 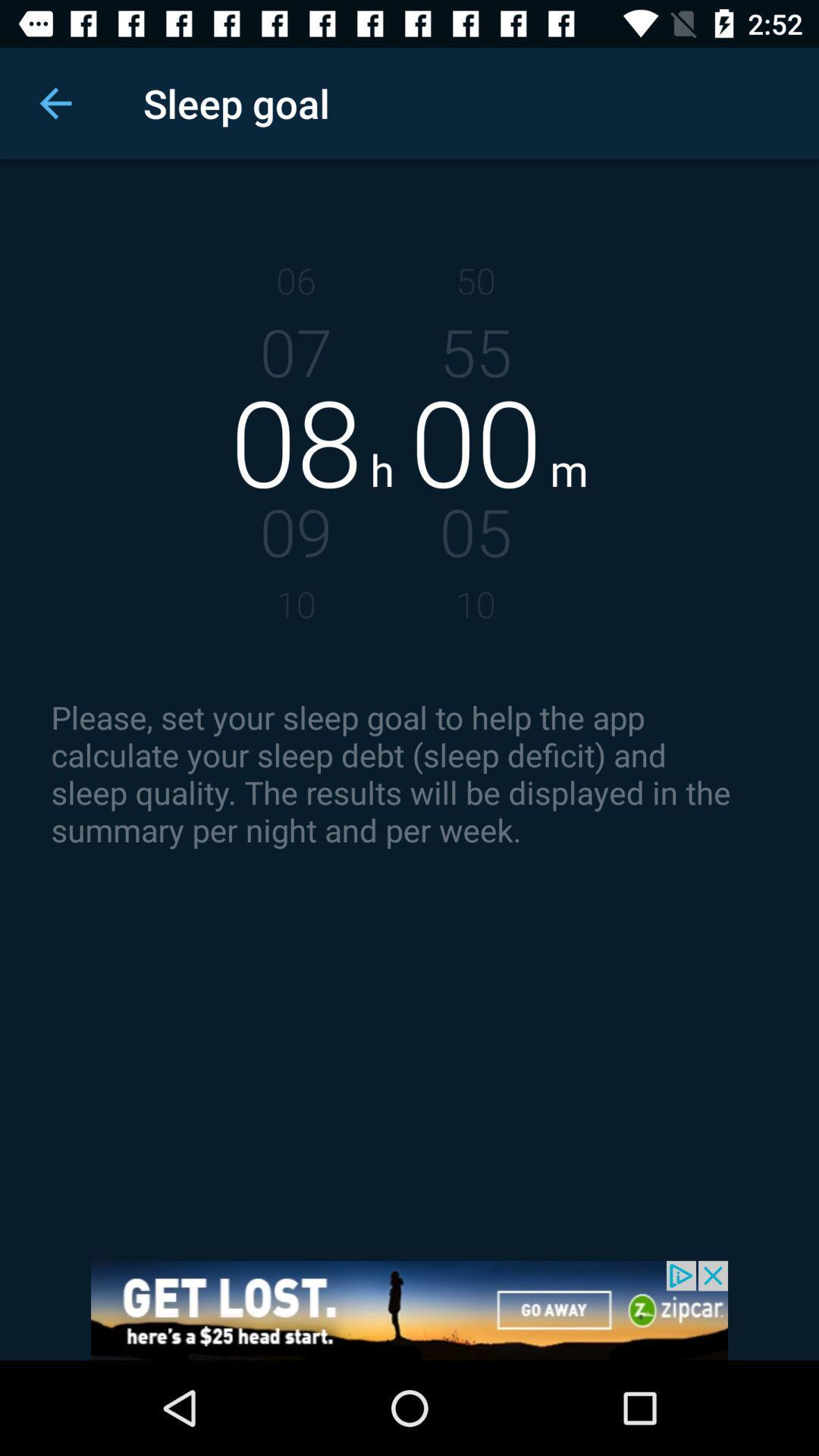 I want to click on advertisement for zipcar, so click(x=409, y=1310).